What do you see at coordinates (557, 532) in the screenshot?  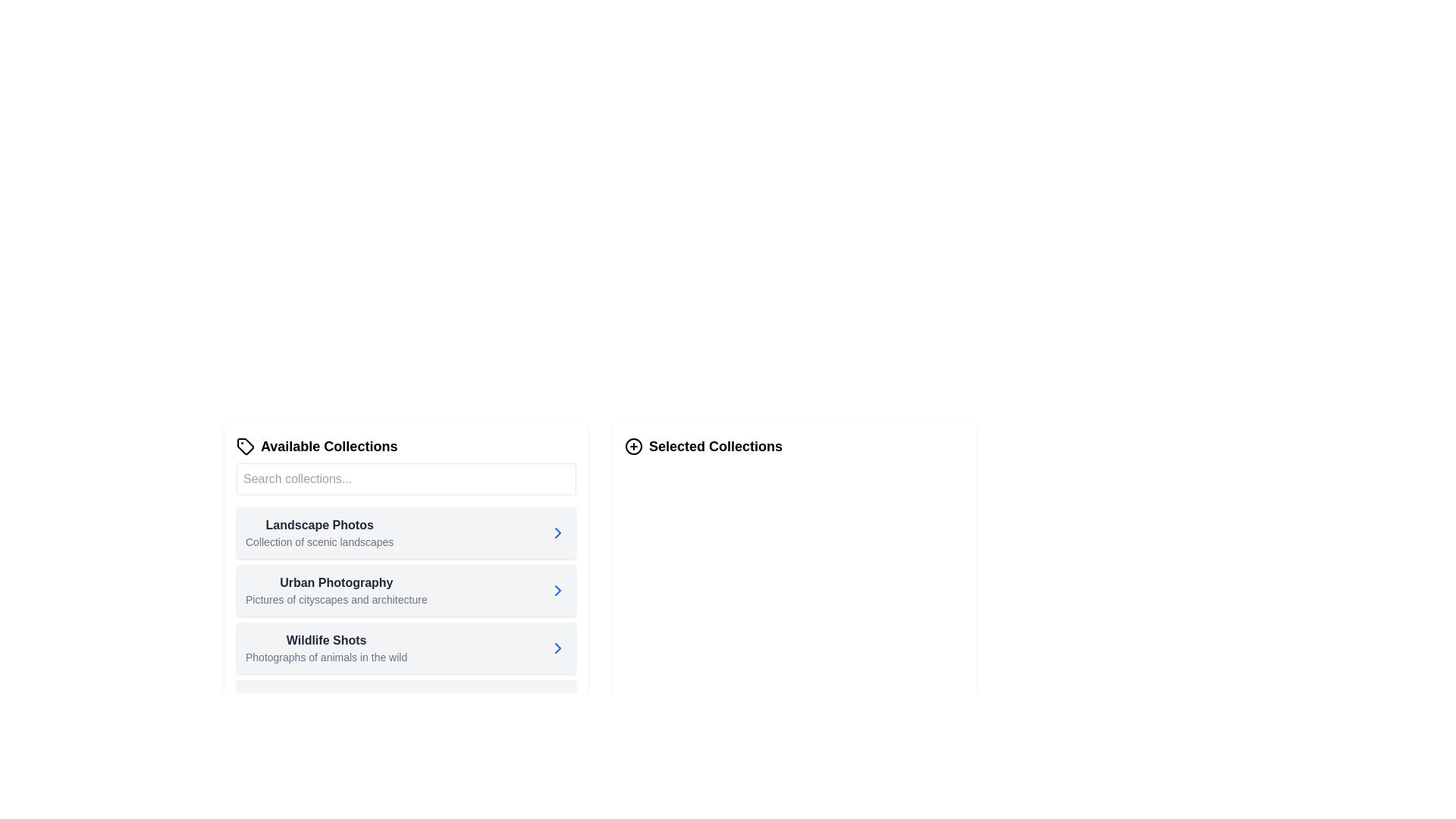 I see `the Chevron icon located at the far-right of the 'Landscape Photos' item in the 'Available Collections' list` at bounding box center [557, 532].